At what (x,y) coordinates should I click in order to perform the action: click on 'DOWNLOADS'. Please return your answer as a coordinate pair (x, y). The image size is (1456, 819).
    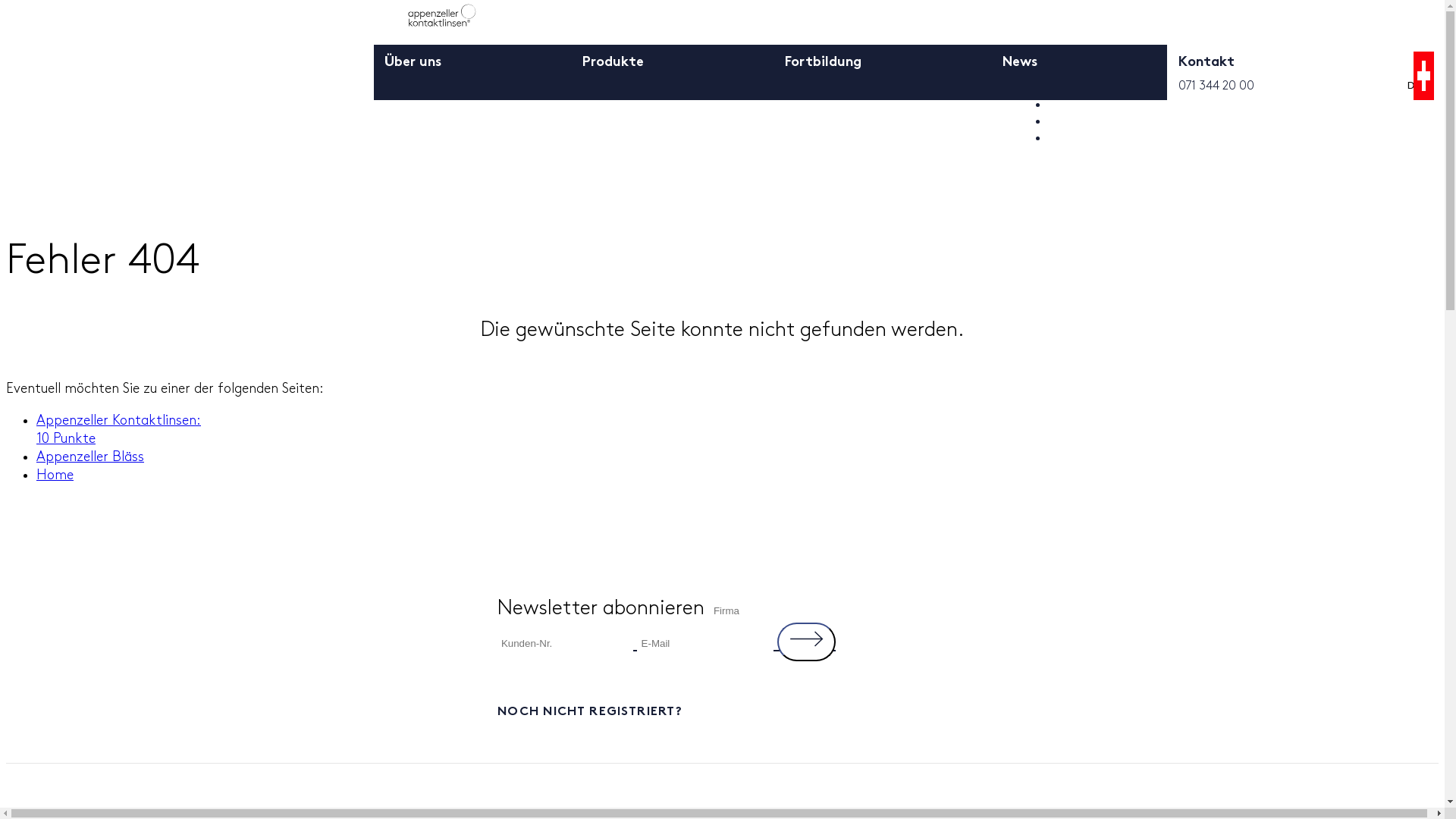
    Looking at the image, I should click on (1094, 121).